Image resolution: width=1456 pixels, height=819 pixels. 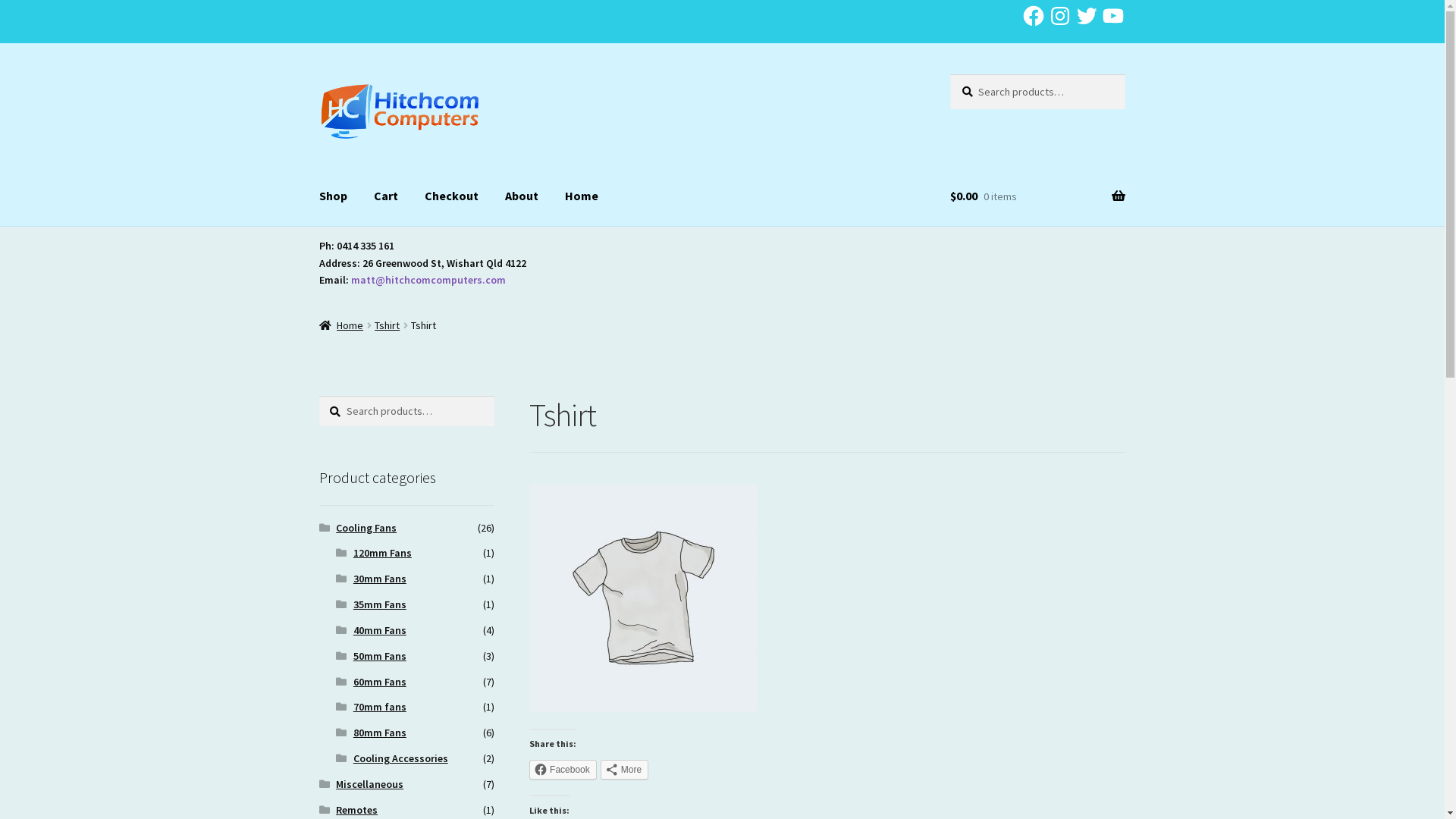 What do you see at coordinates (334, 783) in the screenshot?
I see `'Miscellaneous'` at bounding box center [334, 783].